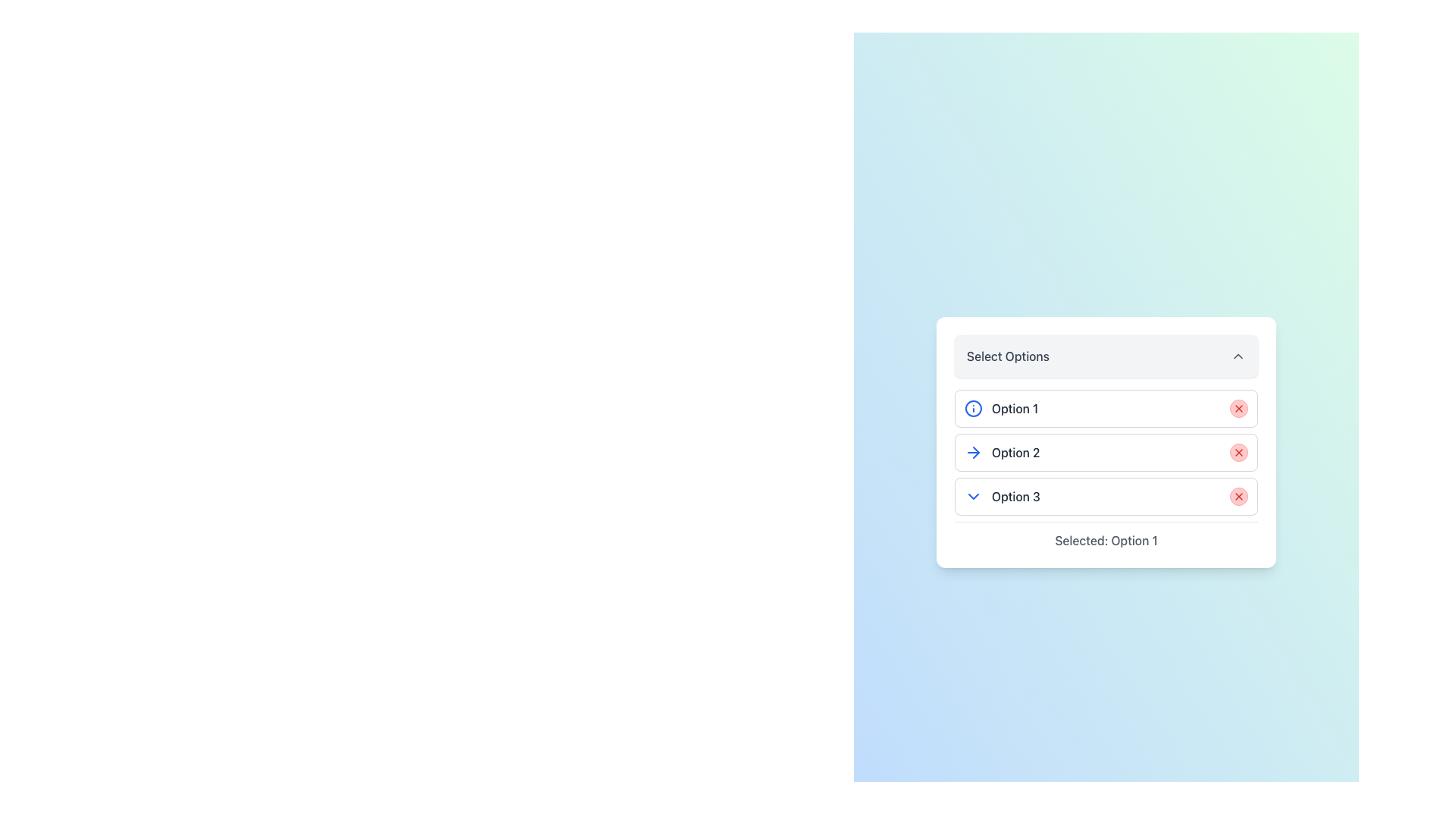  Describe the element at coordinates (1015, 496) in the screenshot. I see `text from the text label displaying 'Option 3', which is styled with a medium font weight and gray color, located in the third position within a list of options` at that location.